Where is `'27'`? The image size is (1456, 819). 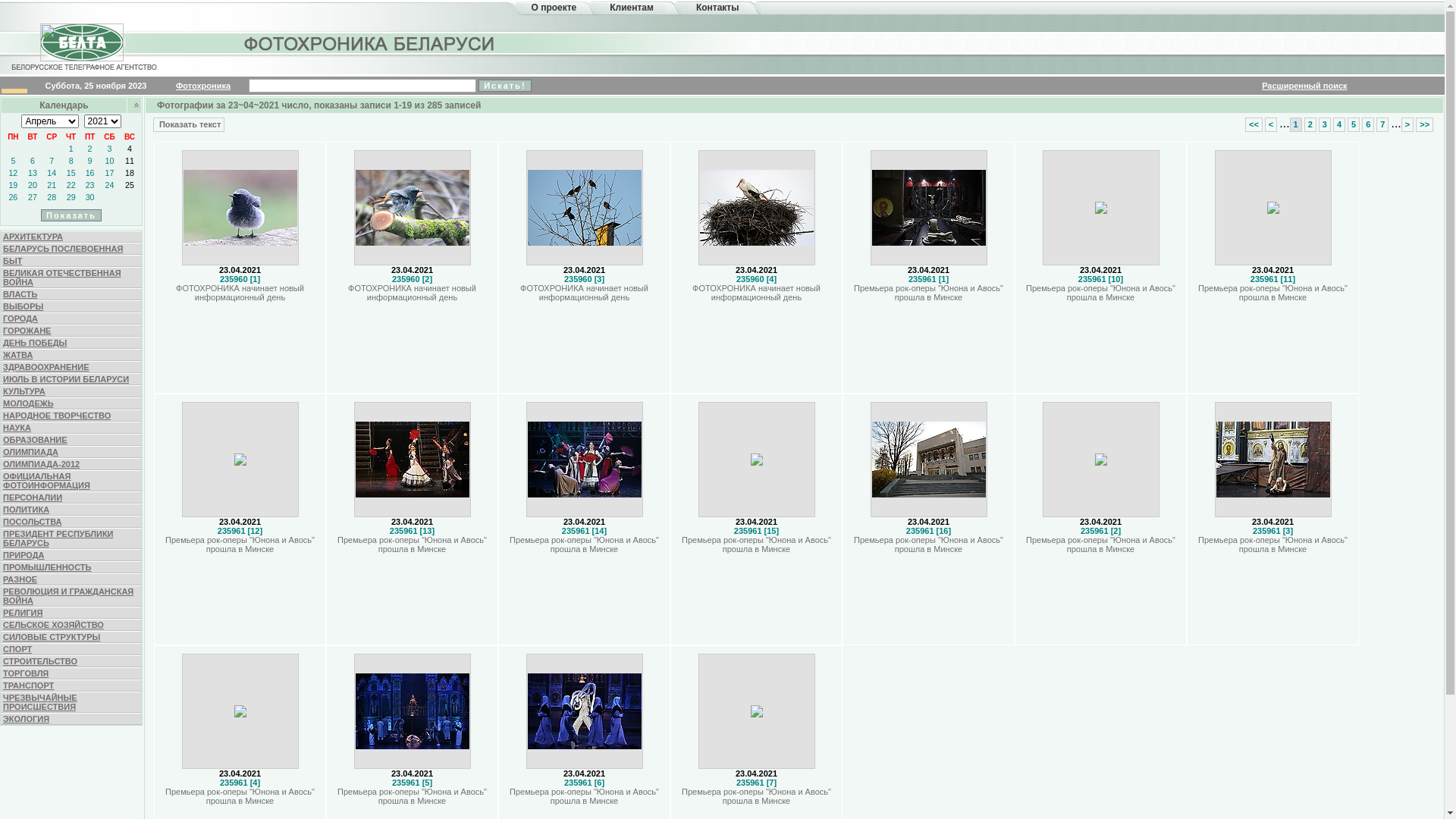 '27' is located at coordinates (33, 196).